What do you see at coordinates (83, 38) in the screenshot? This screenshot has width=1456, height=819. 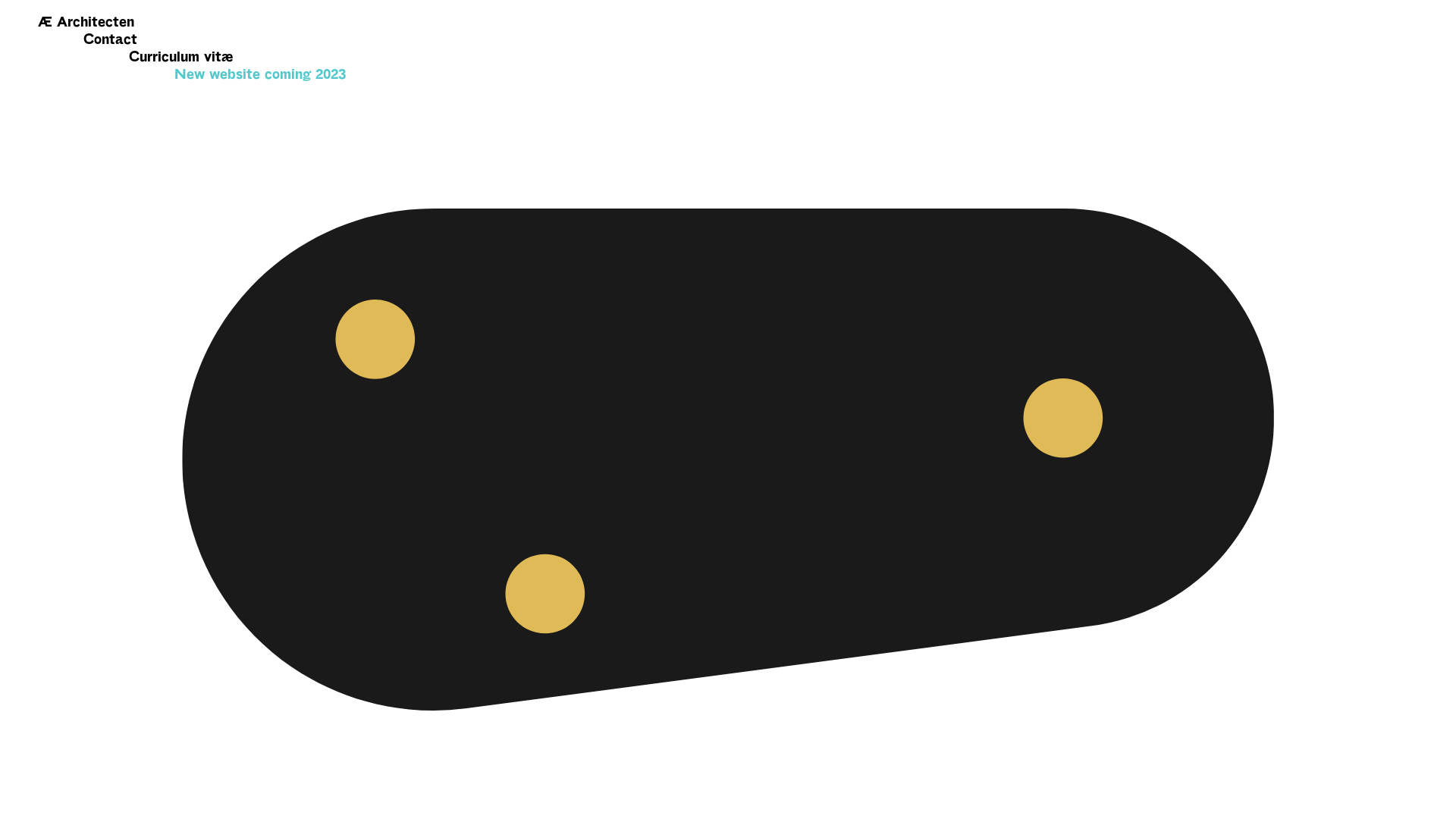 I see `'Contact'` at bounding box center [83, 38].